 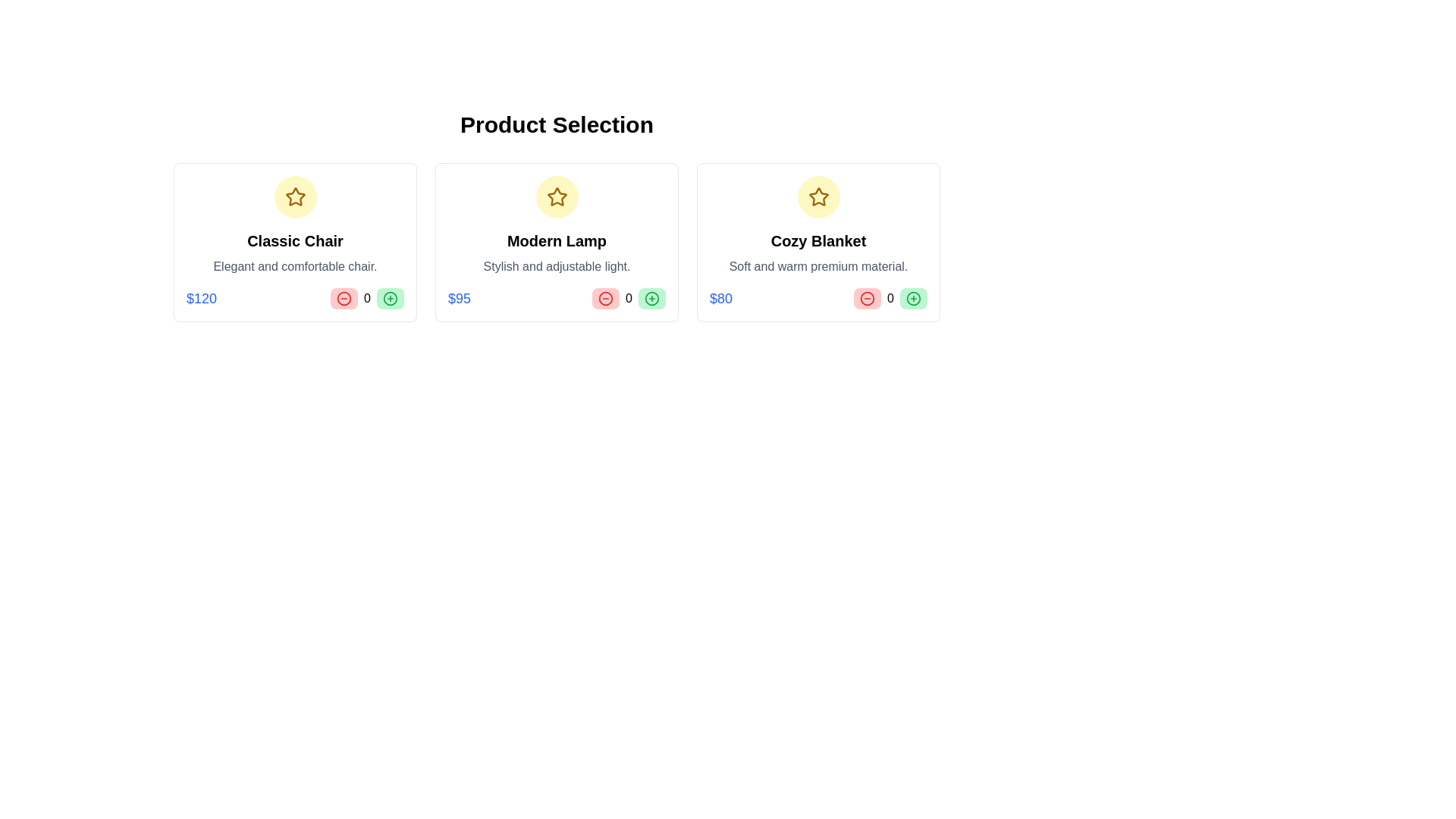 I want to click on displayed text in the Text Label that shows the current quantity for the 'Classic Chair' product, located at the center of the control group at the bottom of the product card, so click(x=367, y=298).